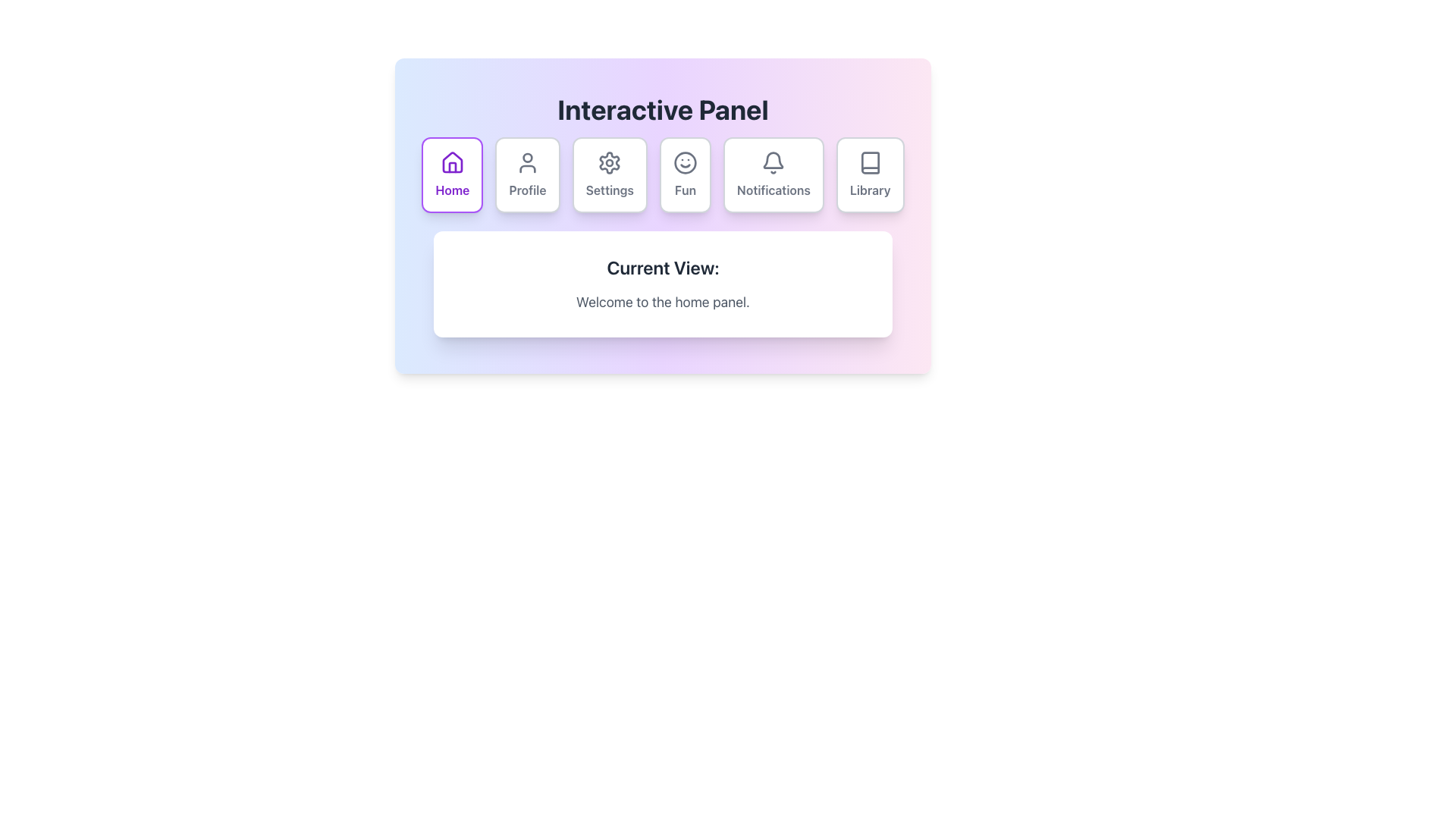 This screenshot has width=1456, height=819. I want to click on the Notifications icon, which is a bell-shaped outline design located in the top menu bar, specifically the fourth button, between the Fun and Library buttons, so click(773, 160).